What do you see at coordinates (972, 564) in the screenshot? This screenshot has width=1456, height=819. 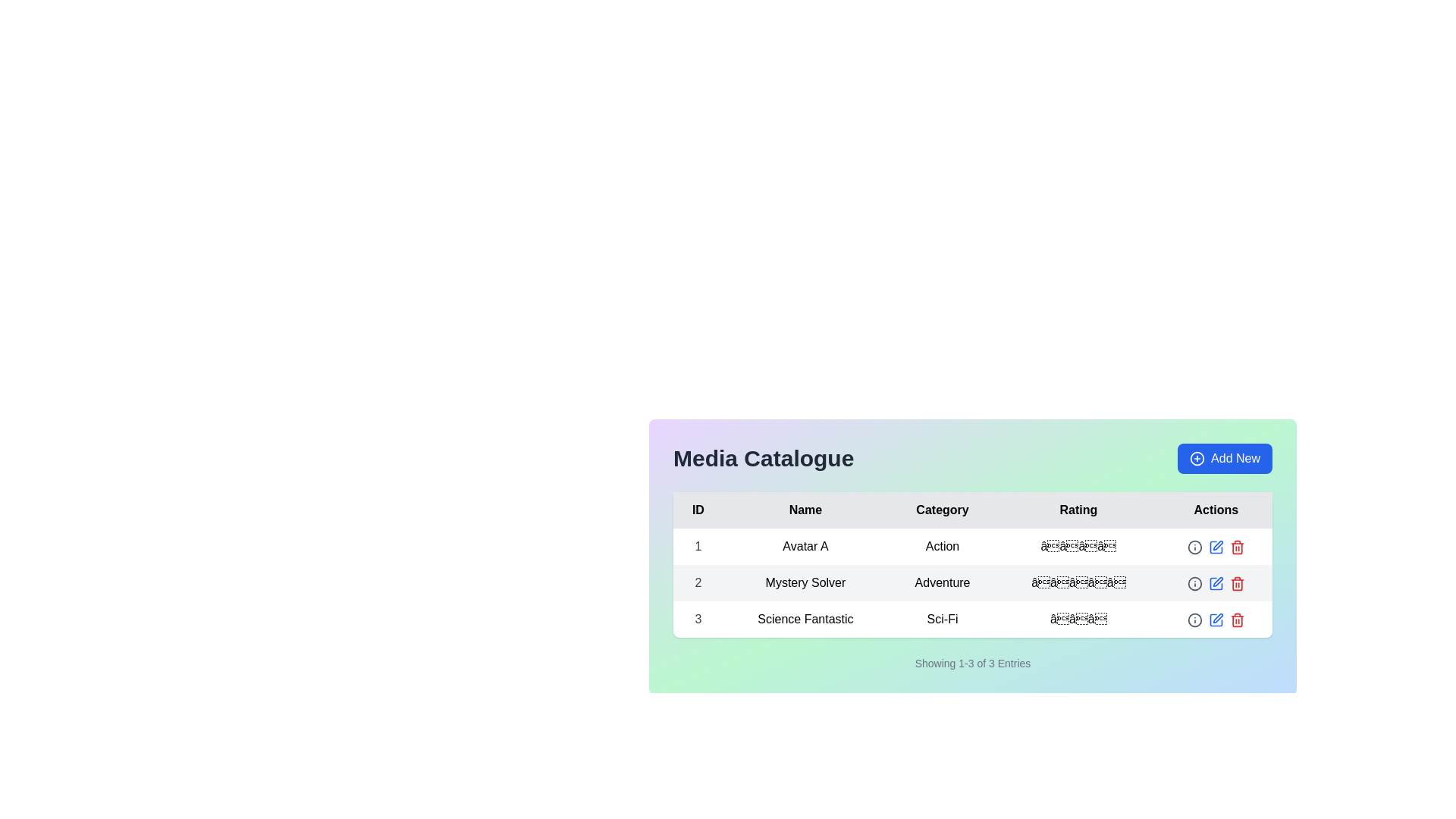 I see `and inspect the data presented in the centrally located data table within the 'Media Catalogue' interface` at bounding box center [972, 564].